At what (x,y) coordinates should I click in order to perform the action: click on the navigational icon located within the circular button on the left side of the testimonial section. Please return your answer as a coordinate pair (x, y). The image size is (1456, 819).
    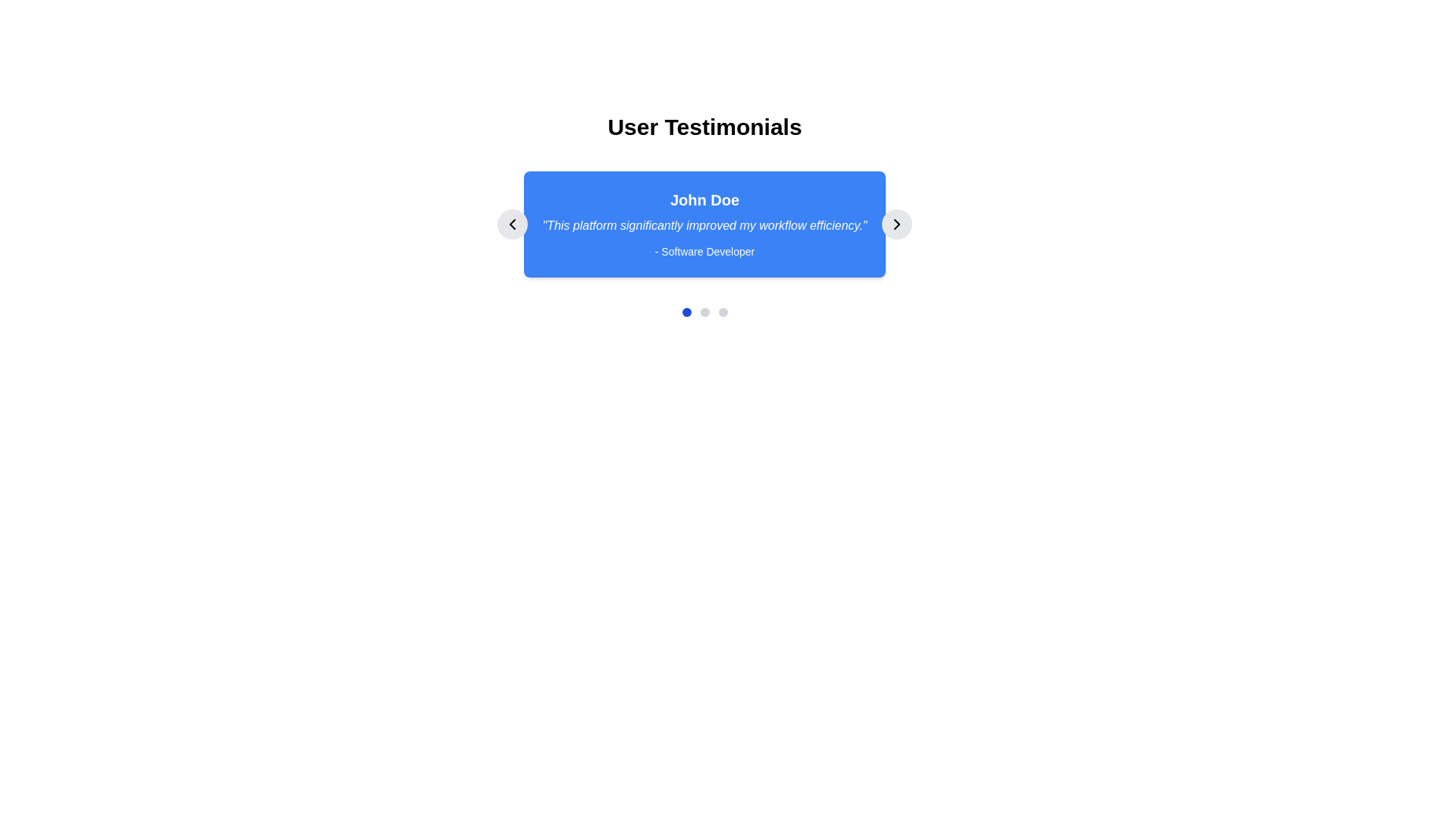
    Looking at the image, I should click on (513, 224).